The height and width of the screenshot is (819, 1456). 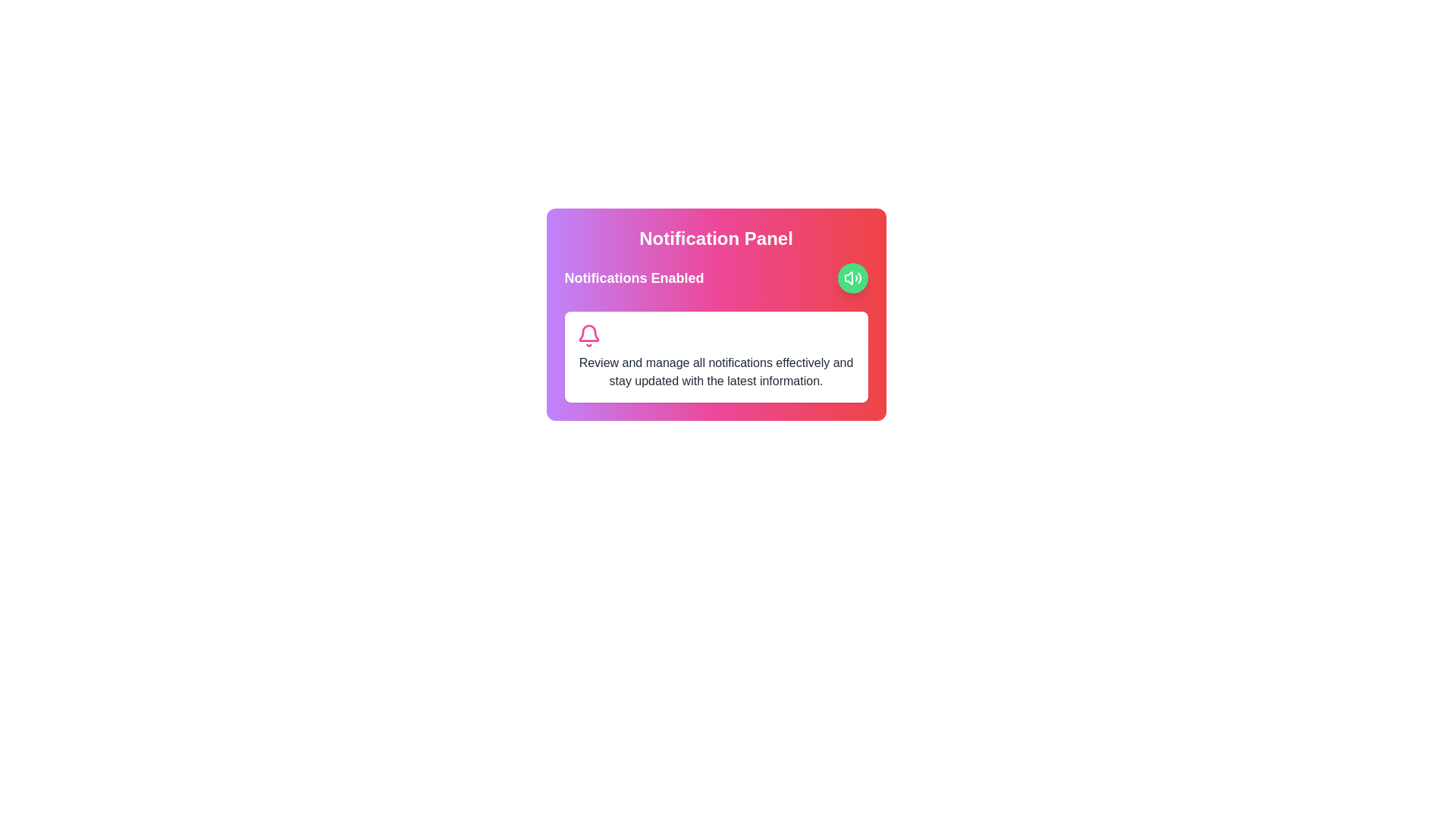 What do you see at coordinates (852, 278) in the screenshot?
I see `the volume or sound notification icon located at the top-right corner of the notification panel inside a green circular button` at bounding box center [852, 278].